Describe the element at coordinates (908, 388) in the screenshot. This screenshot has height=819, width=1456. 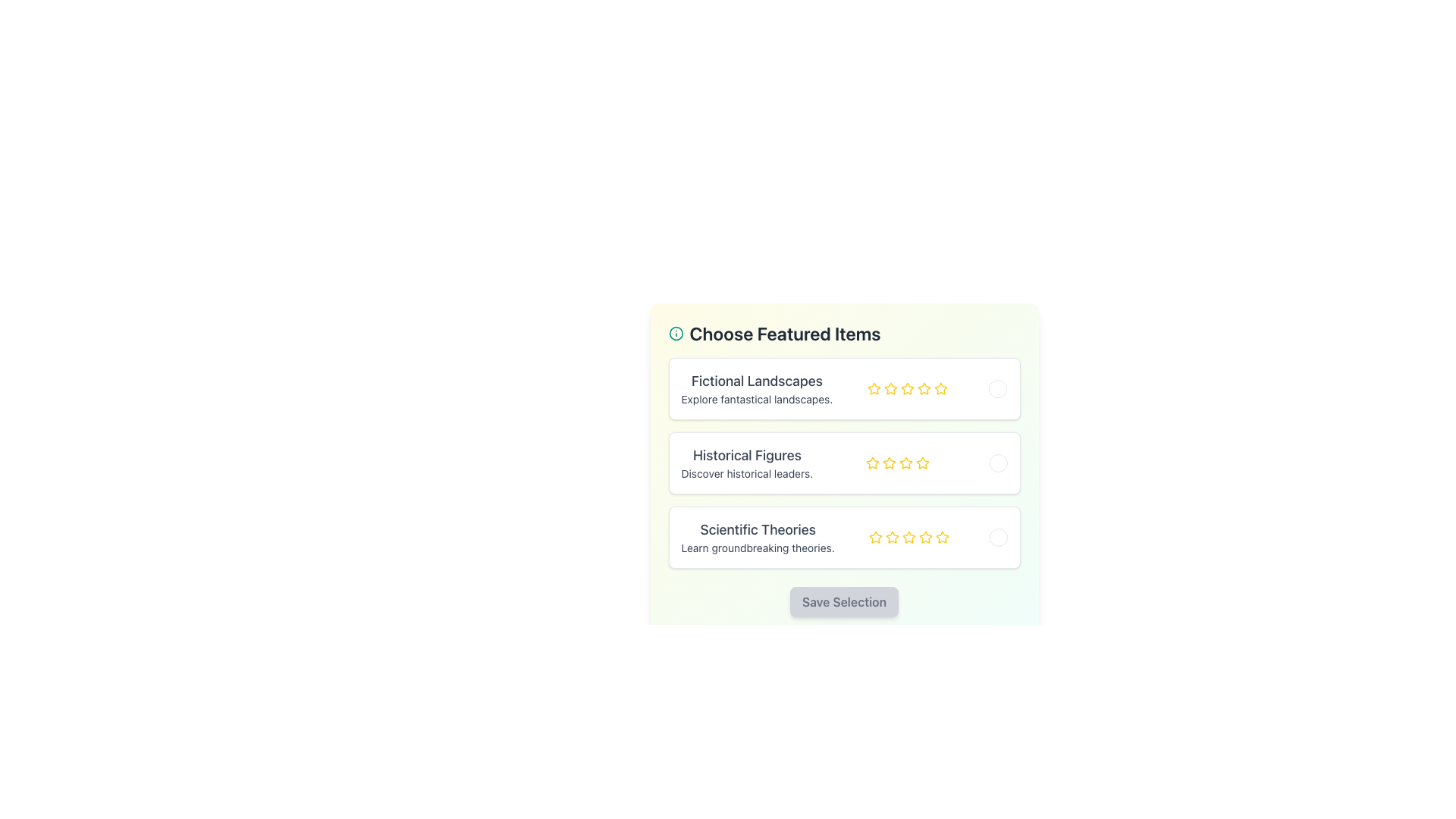
I see `the third star icon in the rating interface, located to the right of 'Fictional Landscapes'` at that location.